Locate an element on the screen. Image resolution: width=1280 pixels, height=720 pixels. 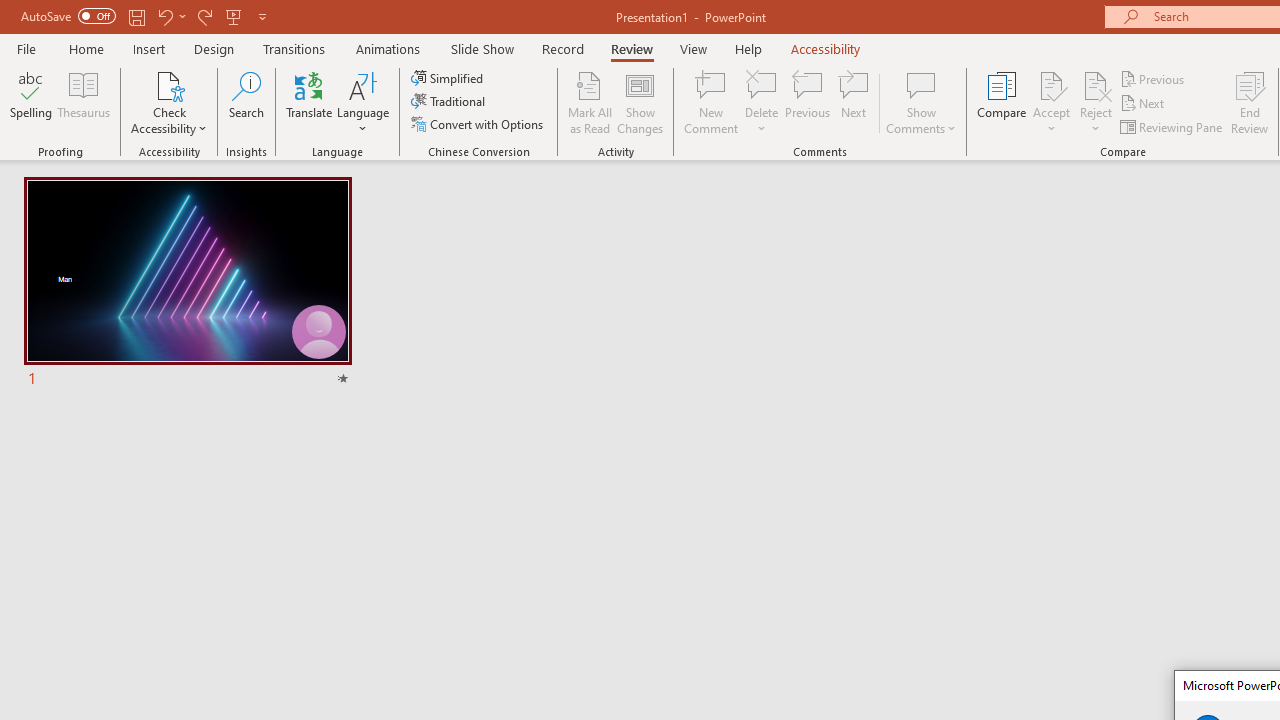
'Next' is located at coordinates (1144, 103).